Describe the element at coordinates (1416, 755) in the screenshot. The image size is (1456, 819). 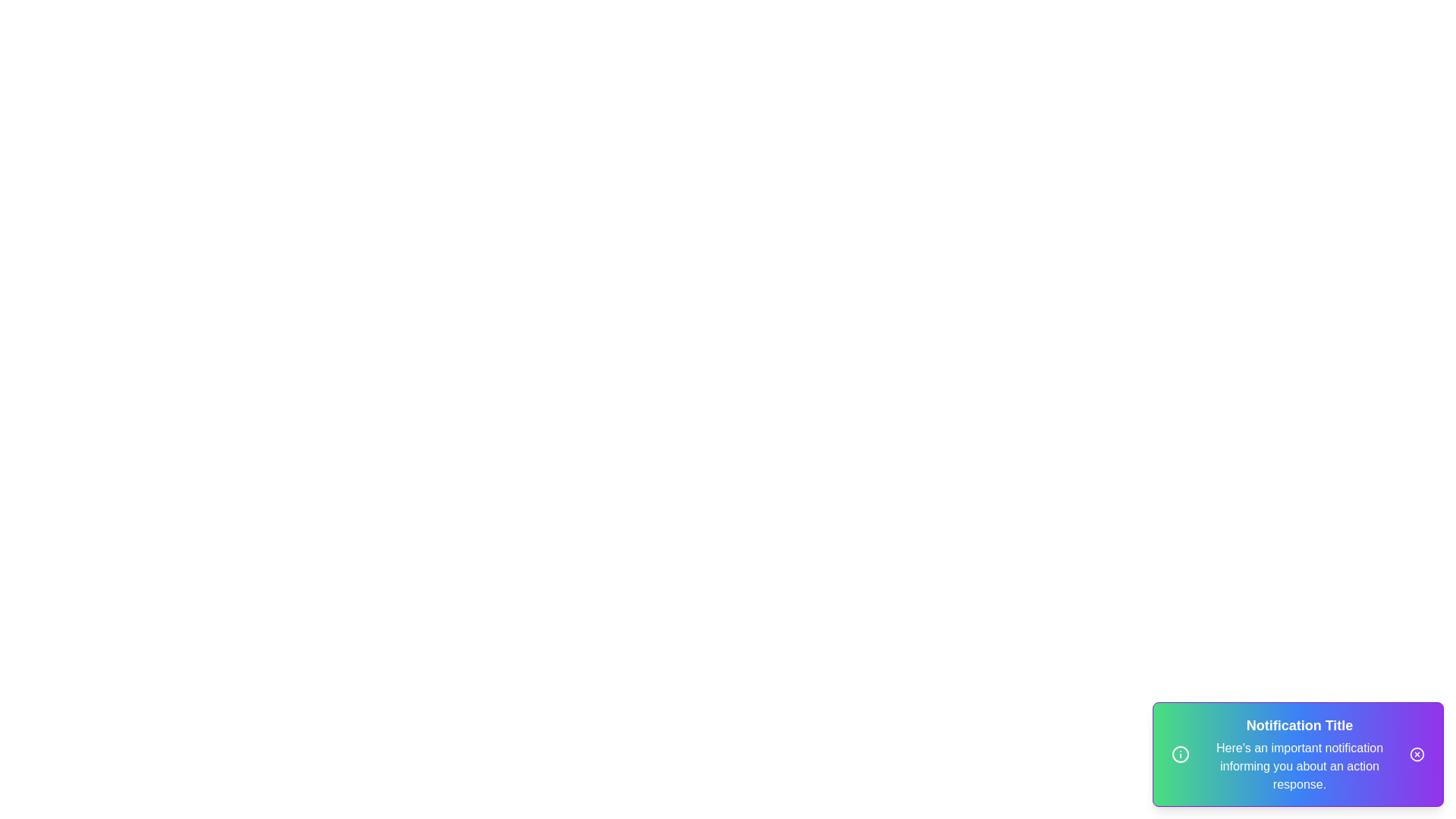
I see `the close button to dismiss the alert` at that location.